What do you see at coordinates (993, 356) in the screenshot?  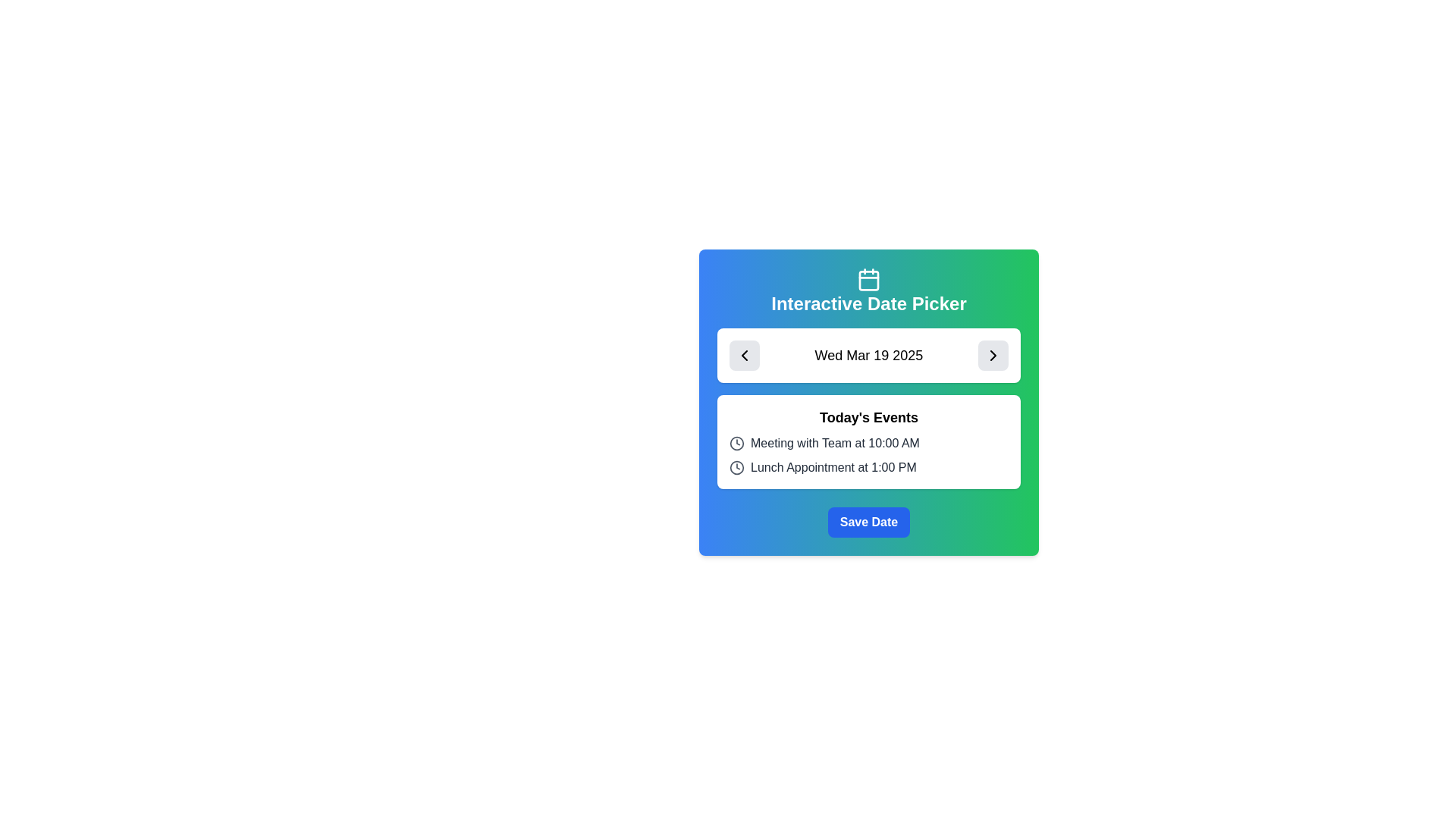 I see `the Chevron icon button located to the far right of the date text ('Wed Mar 19 2025')` at bounding box center [993, 356].